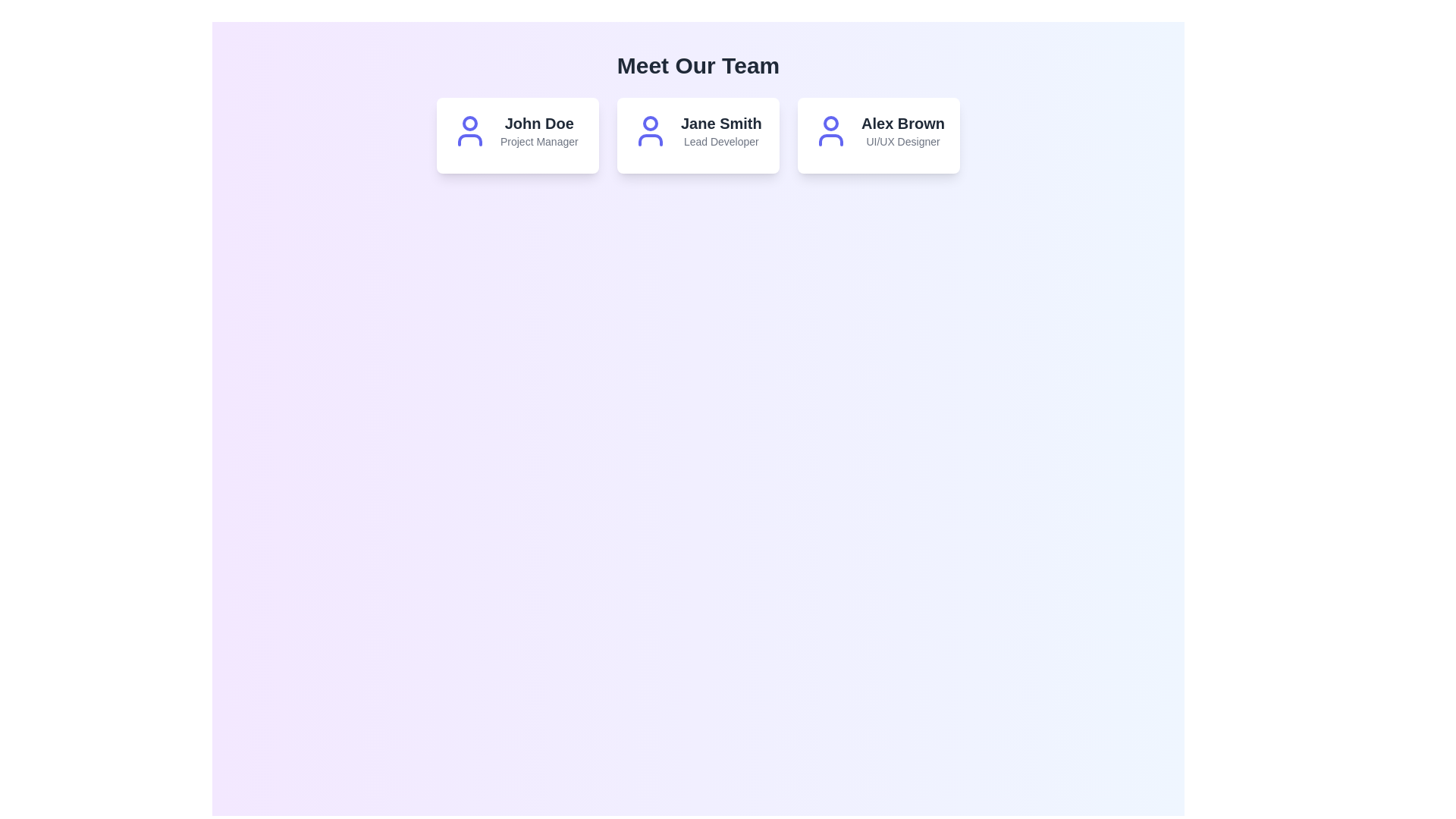 The width and height of the screenshot is (1456, 819). Describe the element at coordinates (720, 130) in the screenshot. I see `displayed text of the text block labeled 'Jane Smith' which is styled in bold and larger font, followed by 'Lead Developer' in smaller font, located in the middle of the team members section` at that location.